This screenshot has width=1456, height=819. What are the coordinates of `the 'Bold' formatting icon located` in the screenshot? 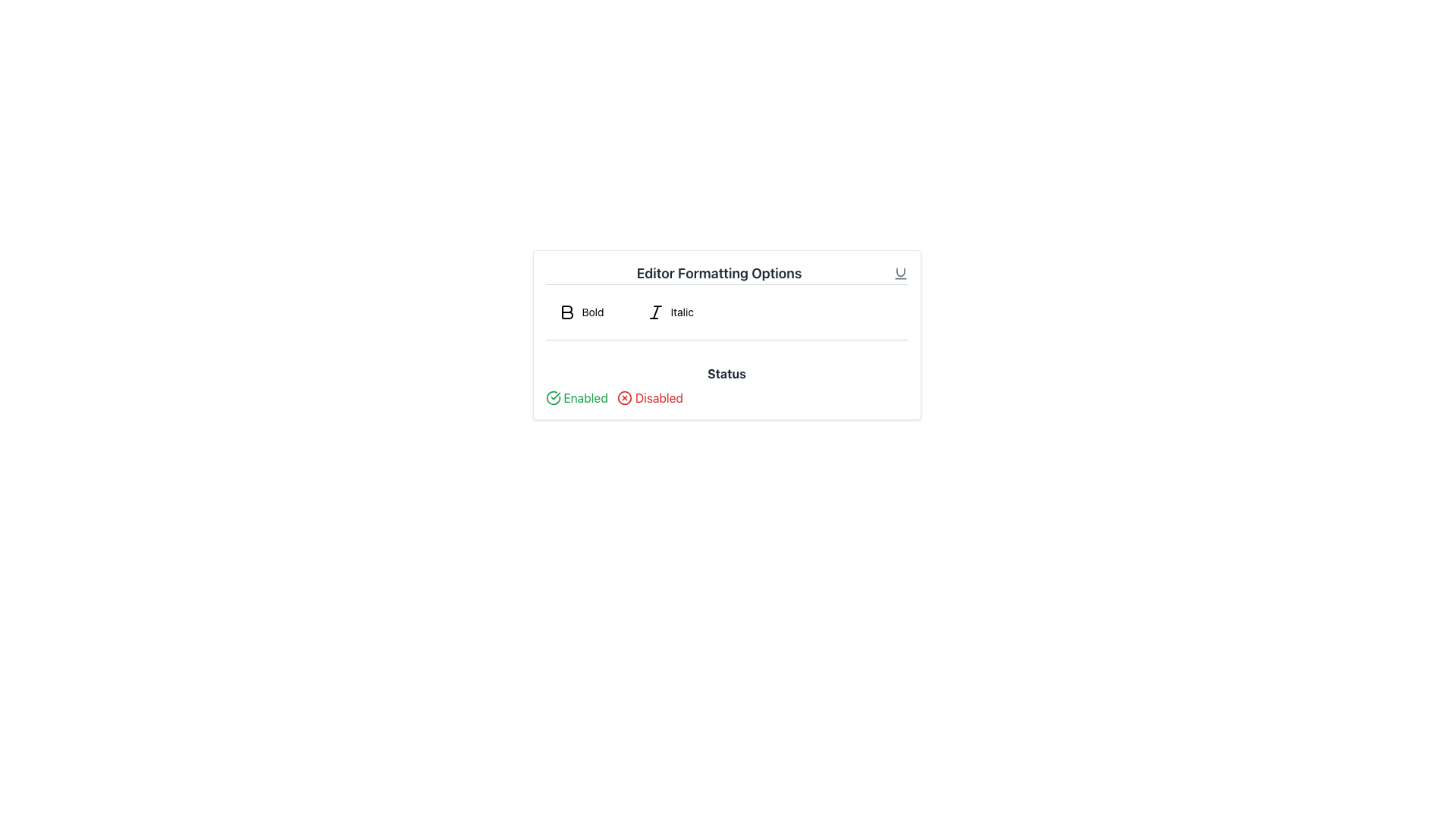 It's located at (566, 312).